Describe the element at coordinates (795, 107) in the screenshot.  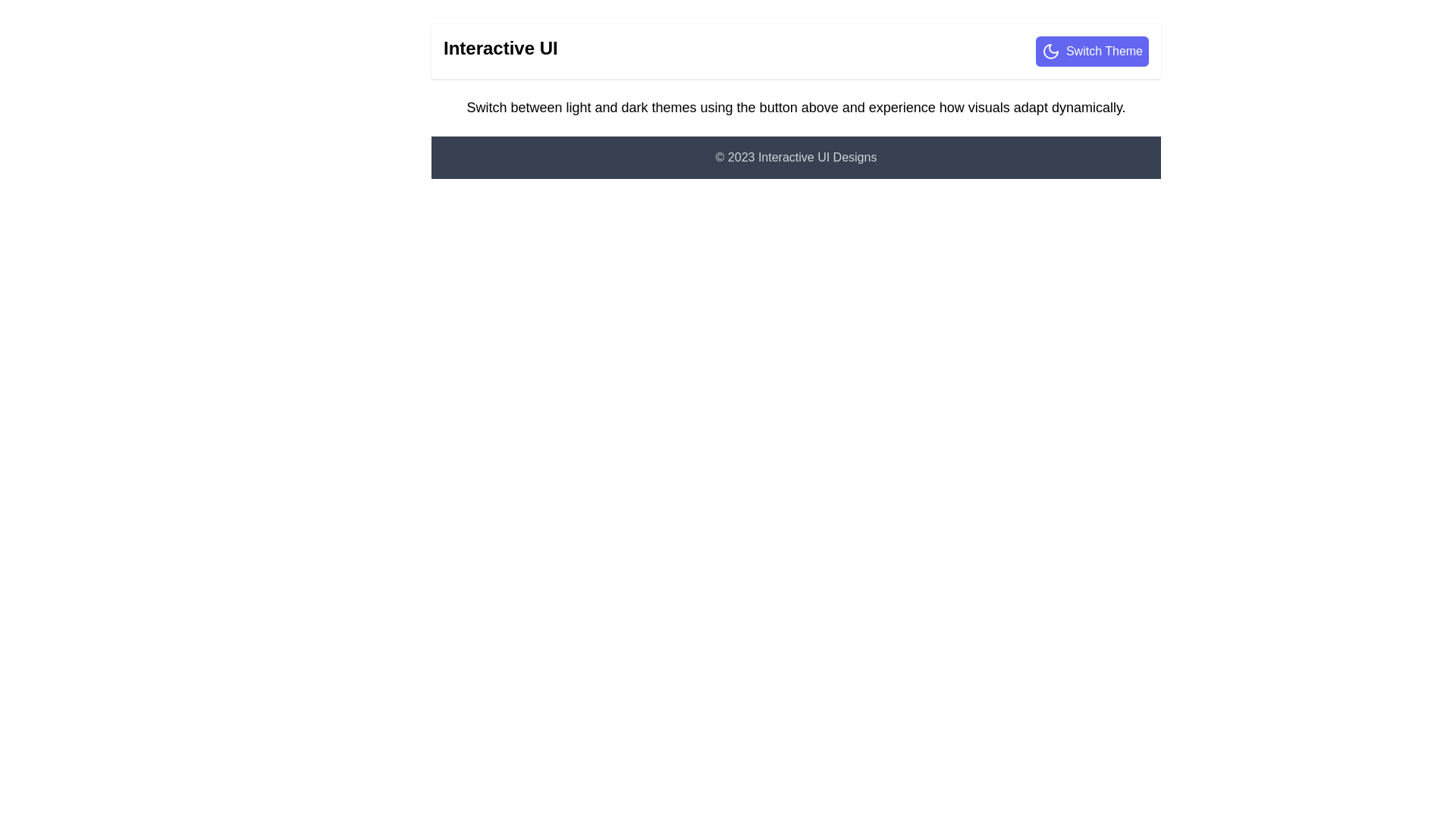
I see `descriptive information provided in the paragraph text located below the 'Interactive UI' header and above the 'Switch Theme' button, which explains the functionality of the button` at that location.